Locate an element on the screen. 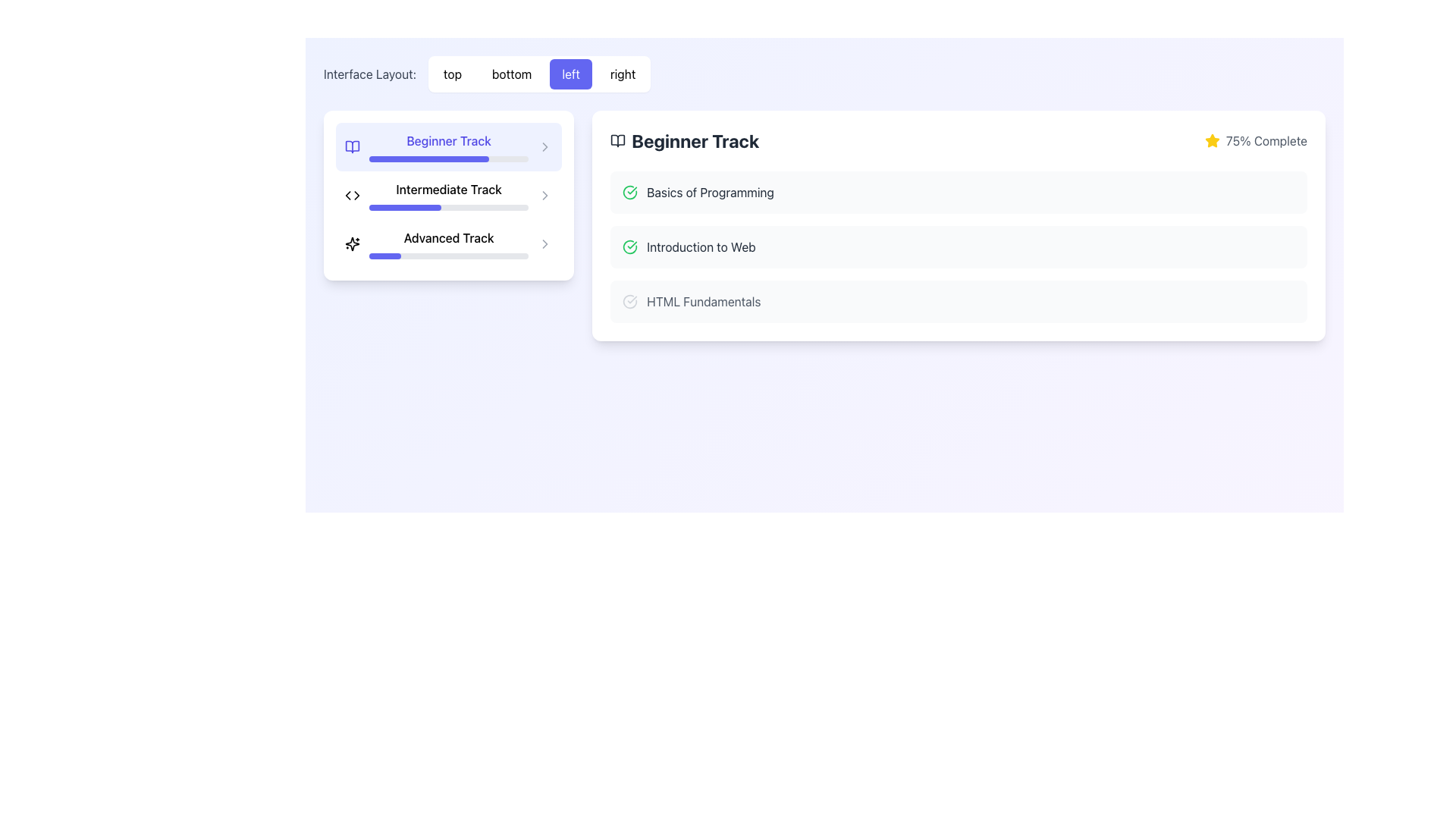 This screenshot has width=1456, height=819. the open book icon located in the left sidebar next to the 'Beginner Track' section header by clicking on its main outline is located at coordinates (618, 140).